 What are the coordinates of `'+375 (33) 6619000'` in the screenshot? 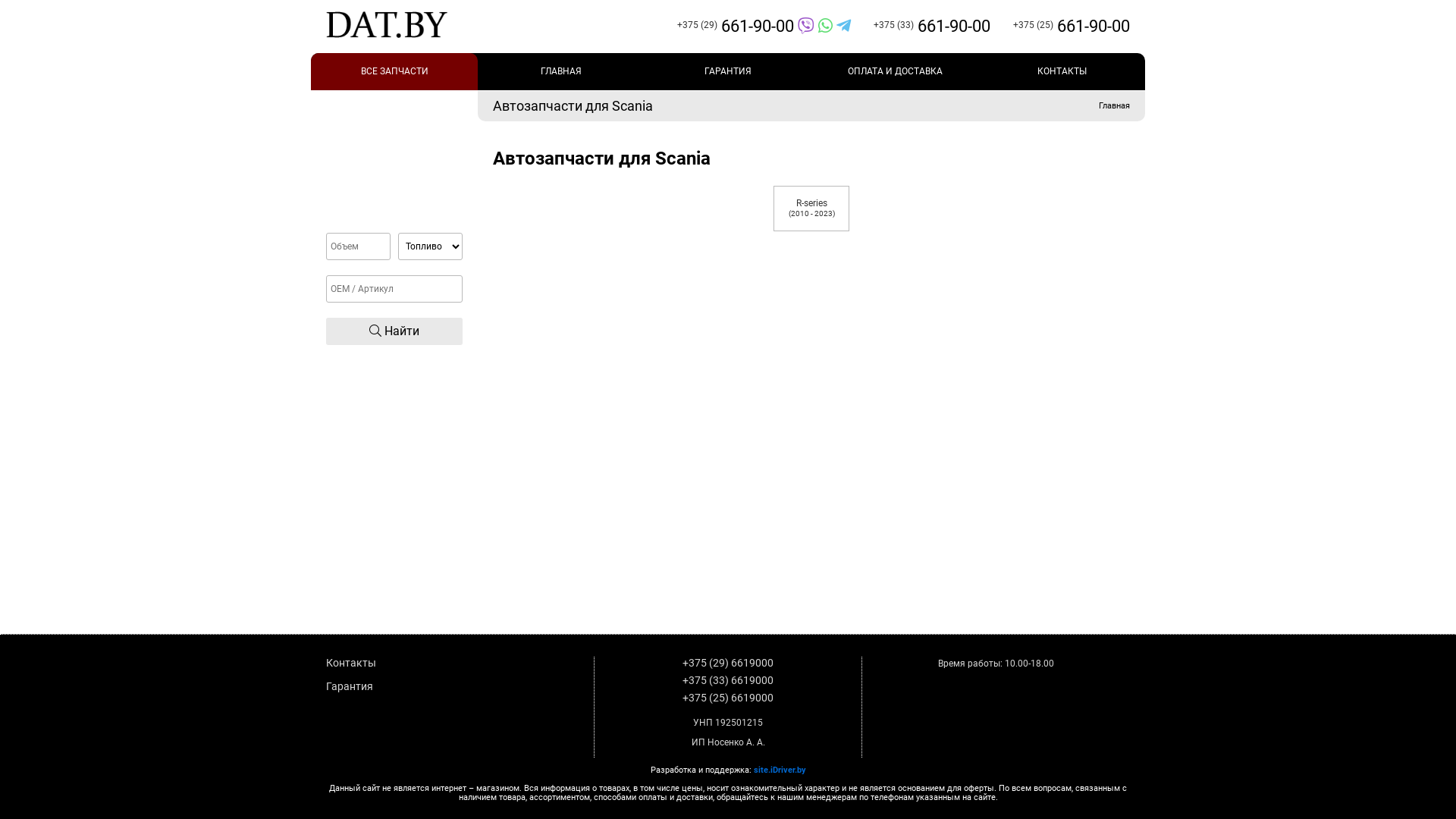 It's located at (728, 679).